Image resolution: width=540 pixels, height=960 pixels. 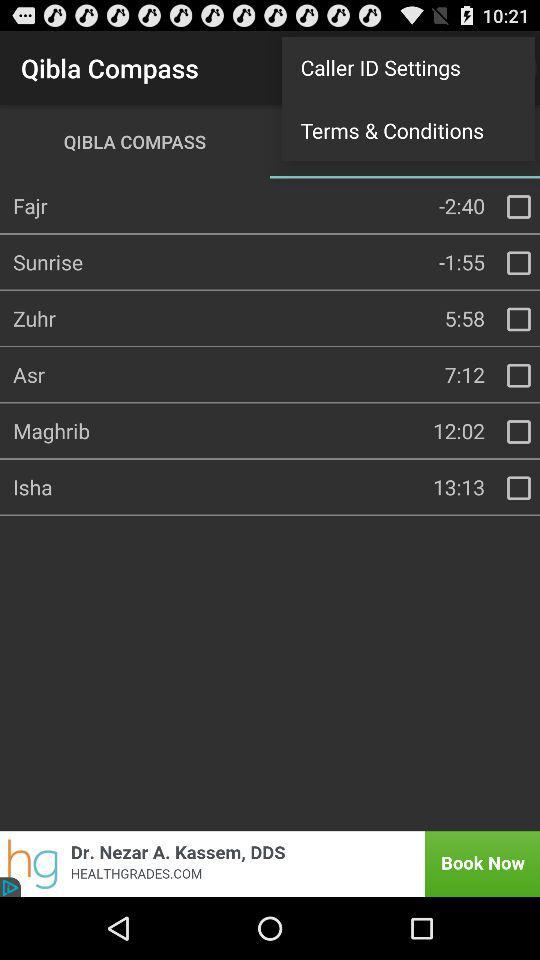 I want to click on button image, so click(x=270, y=863).